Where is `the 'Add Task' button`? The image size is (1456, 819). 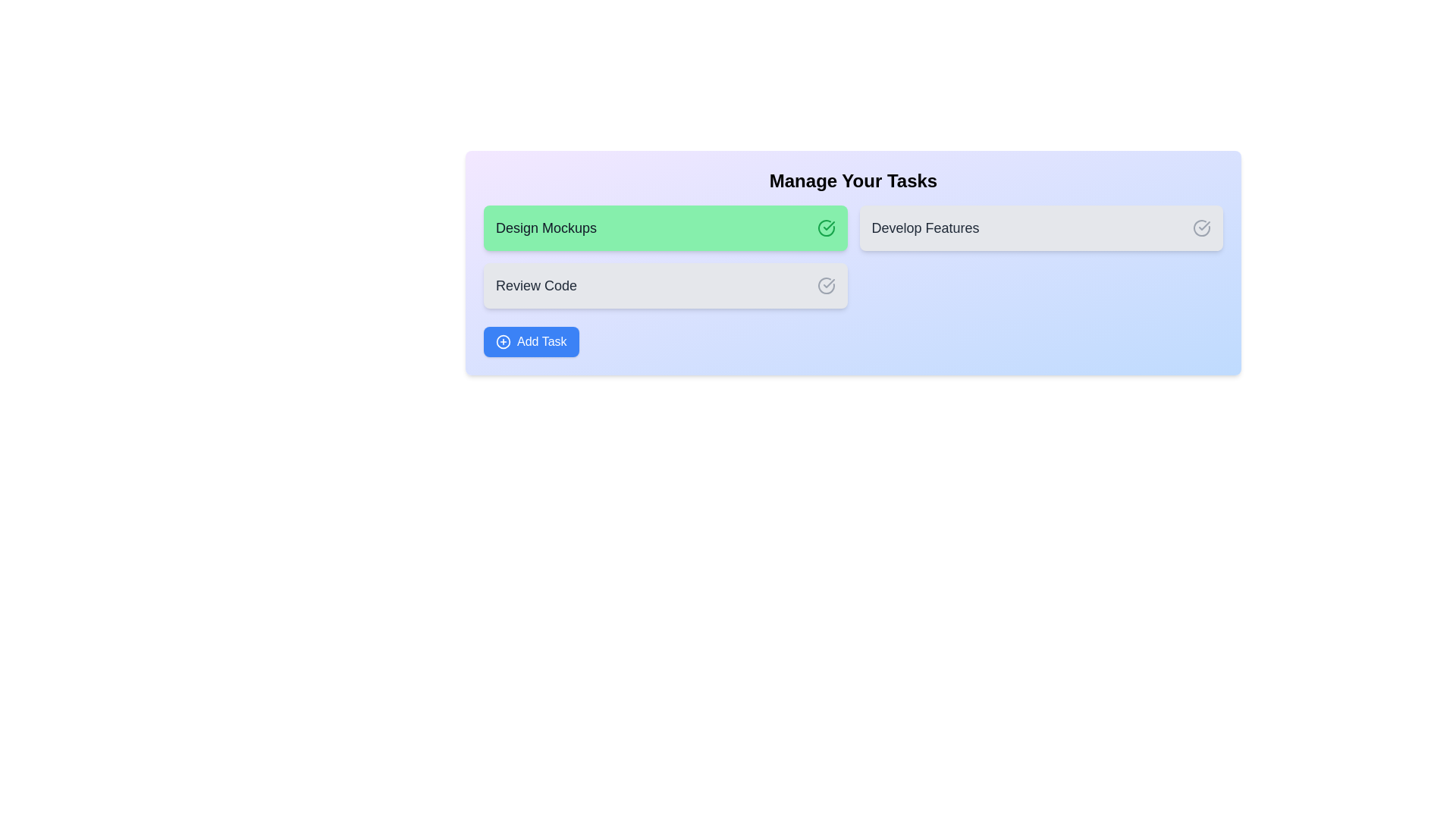
the 'Add Task' button is located at coordinates (531, 342).